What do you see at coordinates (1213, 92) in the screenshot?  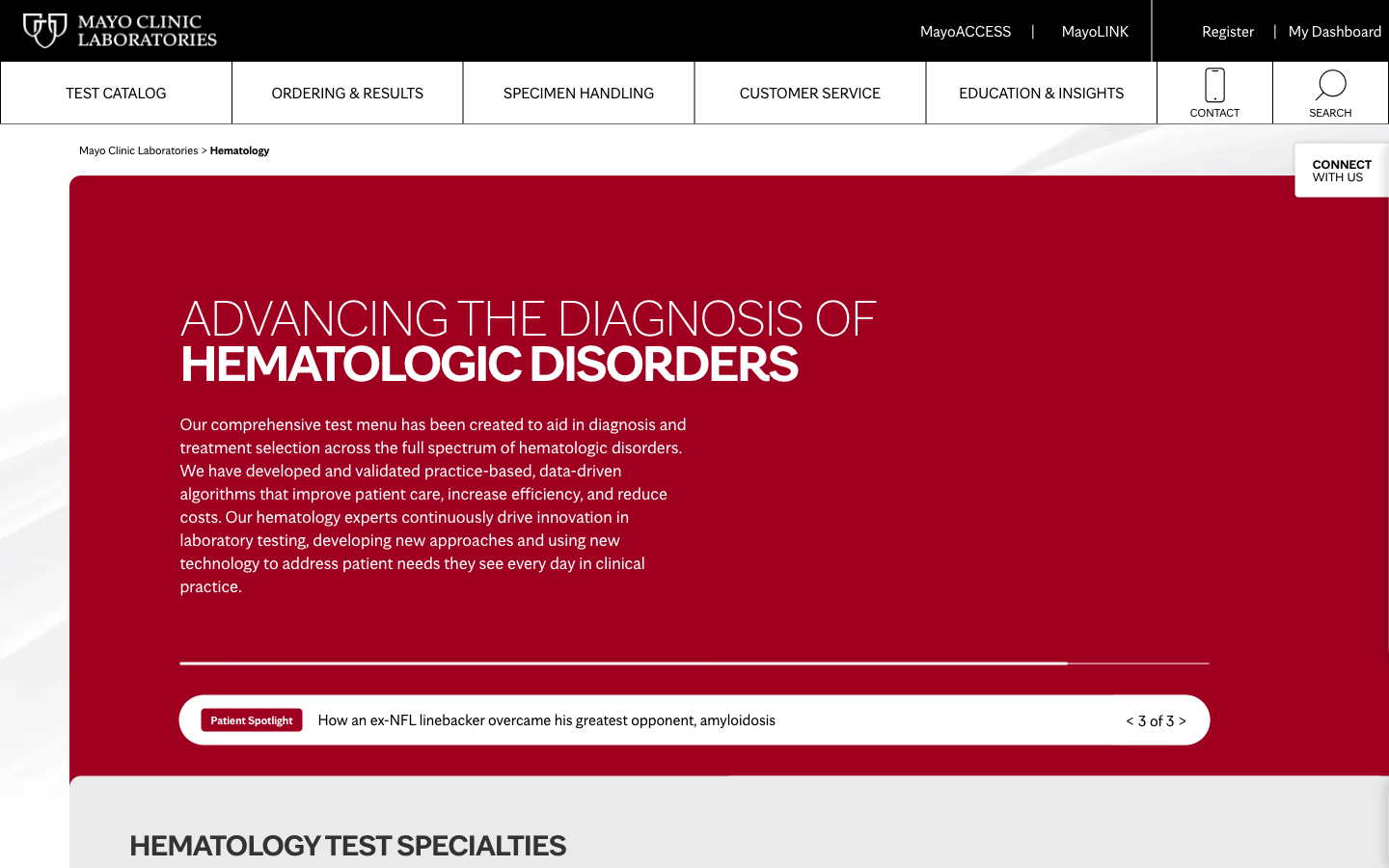 I see `Contact mayoclinic laboratories` at bounding box center [1213, 92].